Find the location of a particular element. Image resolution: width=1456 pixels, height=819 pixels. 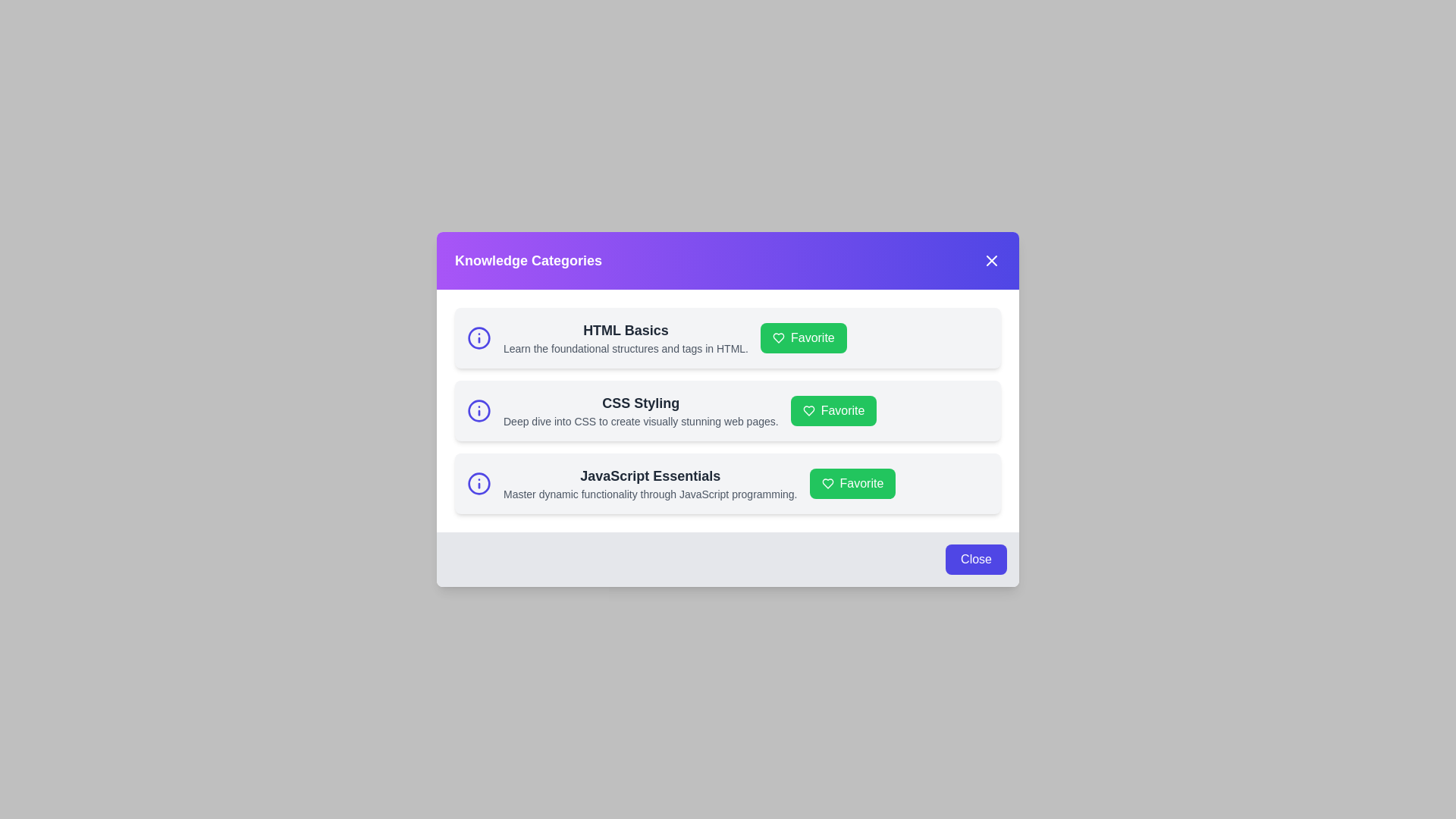

the Close button icon located in the upper right corner of the dialog box with a purple header is located at coordinates (992, 259).